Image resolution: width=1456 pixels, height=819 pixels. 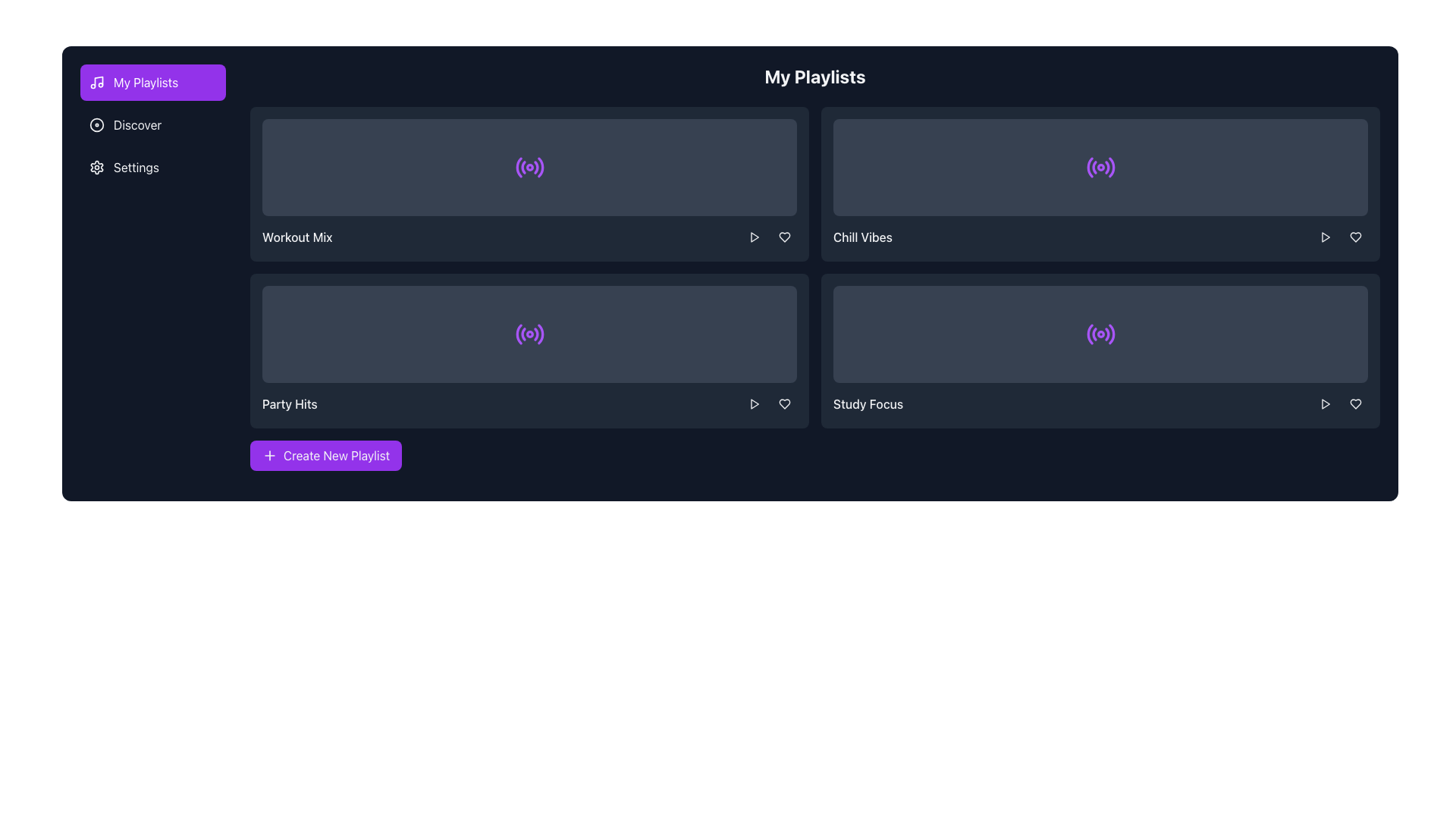 What do you see at coordinates (152, 167) in the screenshot?
I see `the 'Settings' navigation item, which is styled as a clickable element with a gear icon and text, located in the left-side navigation menu under 'My Playlists'` at bounding box center [152, 167].